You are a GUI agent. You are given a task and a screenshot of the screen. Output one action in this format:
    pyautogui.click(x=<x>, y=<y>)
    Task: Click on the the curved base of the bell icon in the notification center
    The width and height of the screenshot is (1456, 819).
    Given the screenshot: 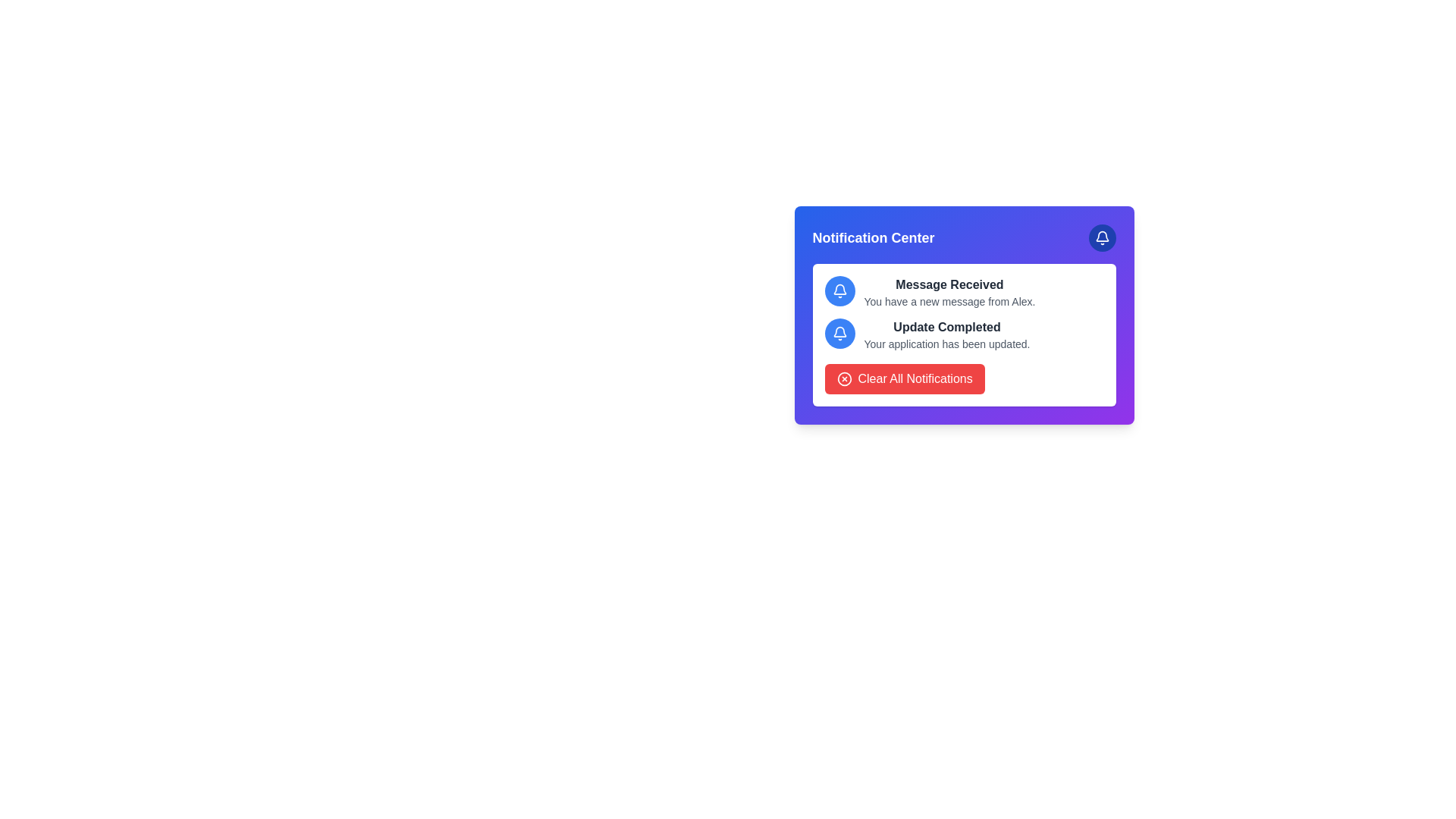 What is the action you would take?
    pyautogui.click(x=1102, y=236)
    